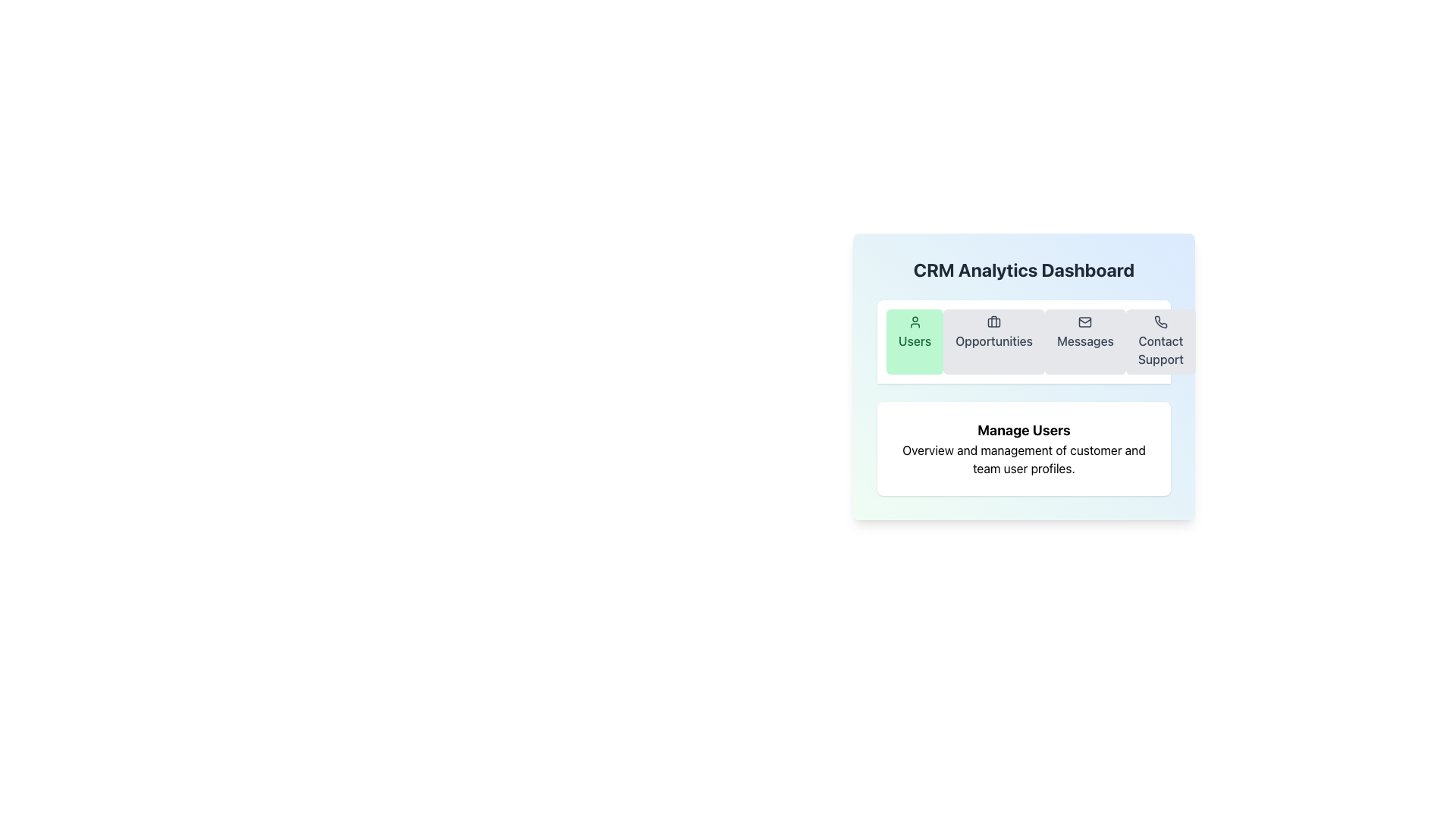 This screenshot has height=819, width=1456. What do you see at coordinates (993, 321) in the screenshot?
I see `the representation of the handle of the briefcase icon located in the navigation bar` at bounding box center [993, 321].